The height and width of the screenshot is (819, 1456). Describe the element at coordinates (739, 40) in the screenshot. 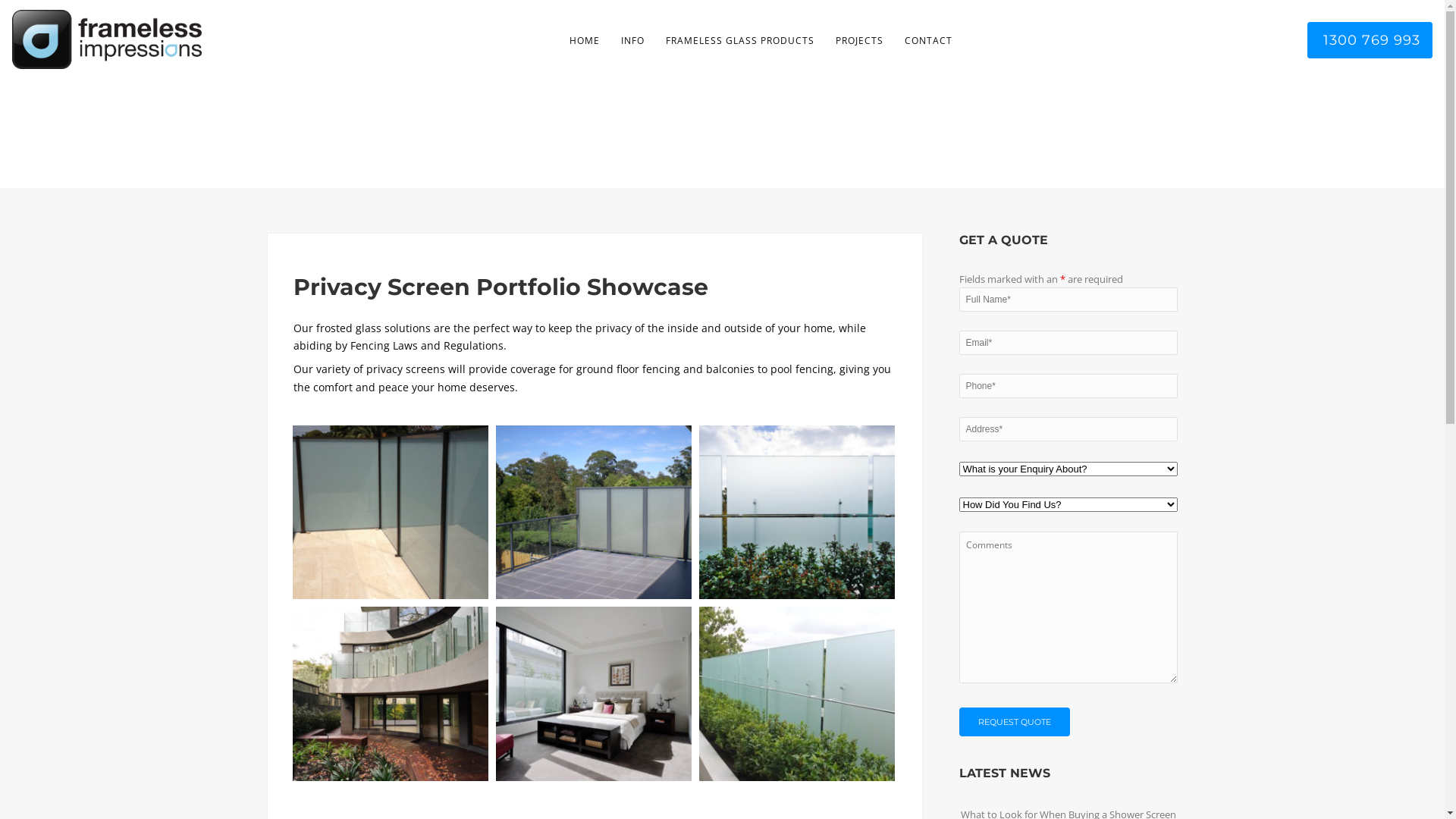

I see `'FRAMELESS GLASS PRODUCTS'` at that location.